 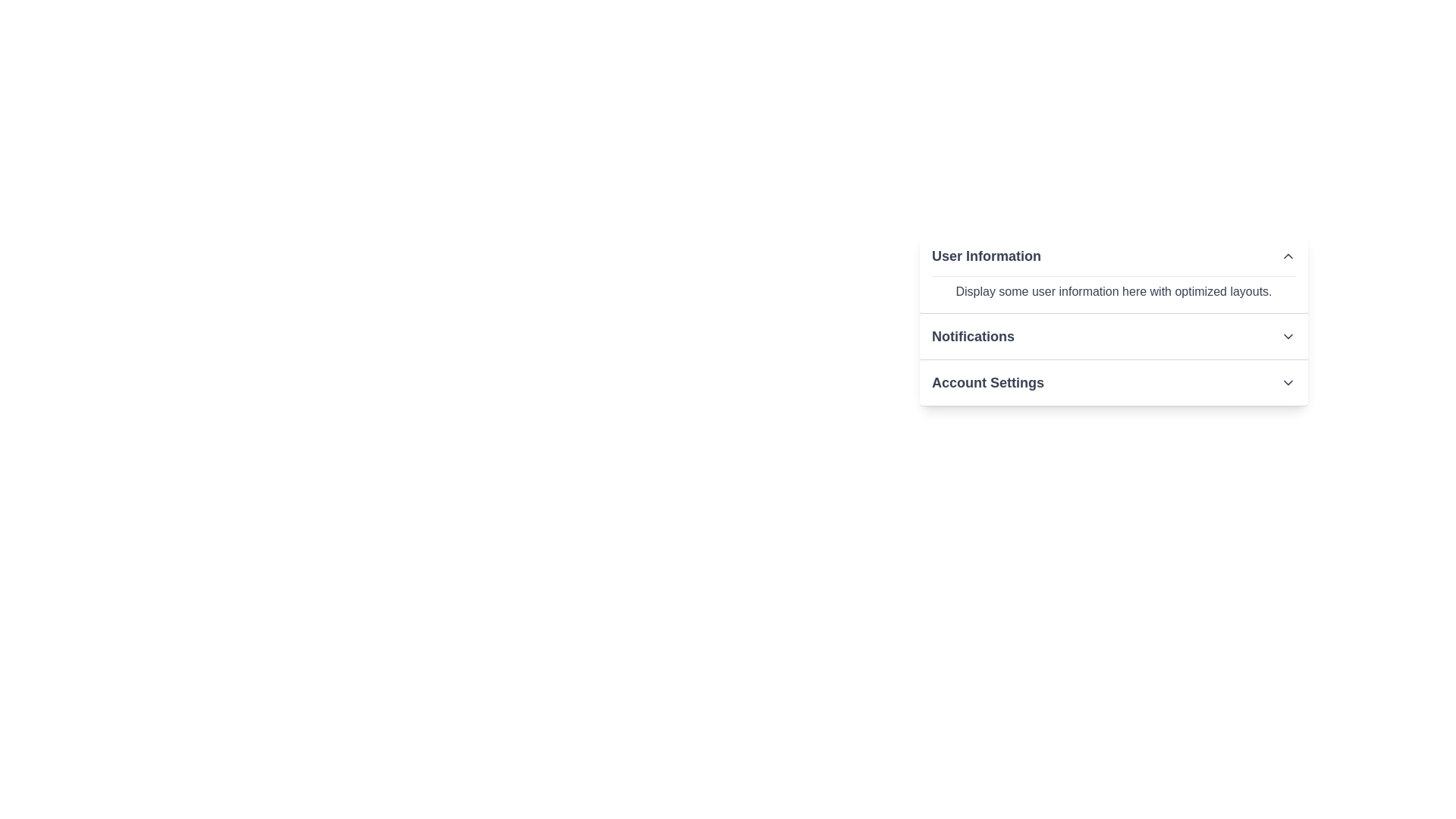 What do you see at coordinates (973, 335) in the screenshot?
I see `the 'Notifications' text header, which is bolded and enlarged in dark gray font, located in the second section of a vertically stacked list interface` at bounding box center [973, 335].